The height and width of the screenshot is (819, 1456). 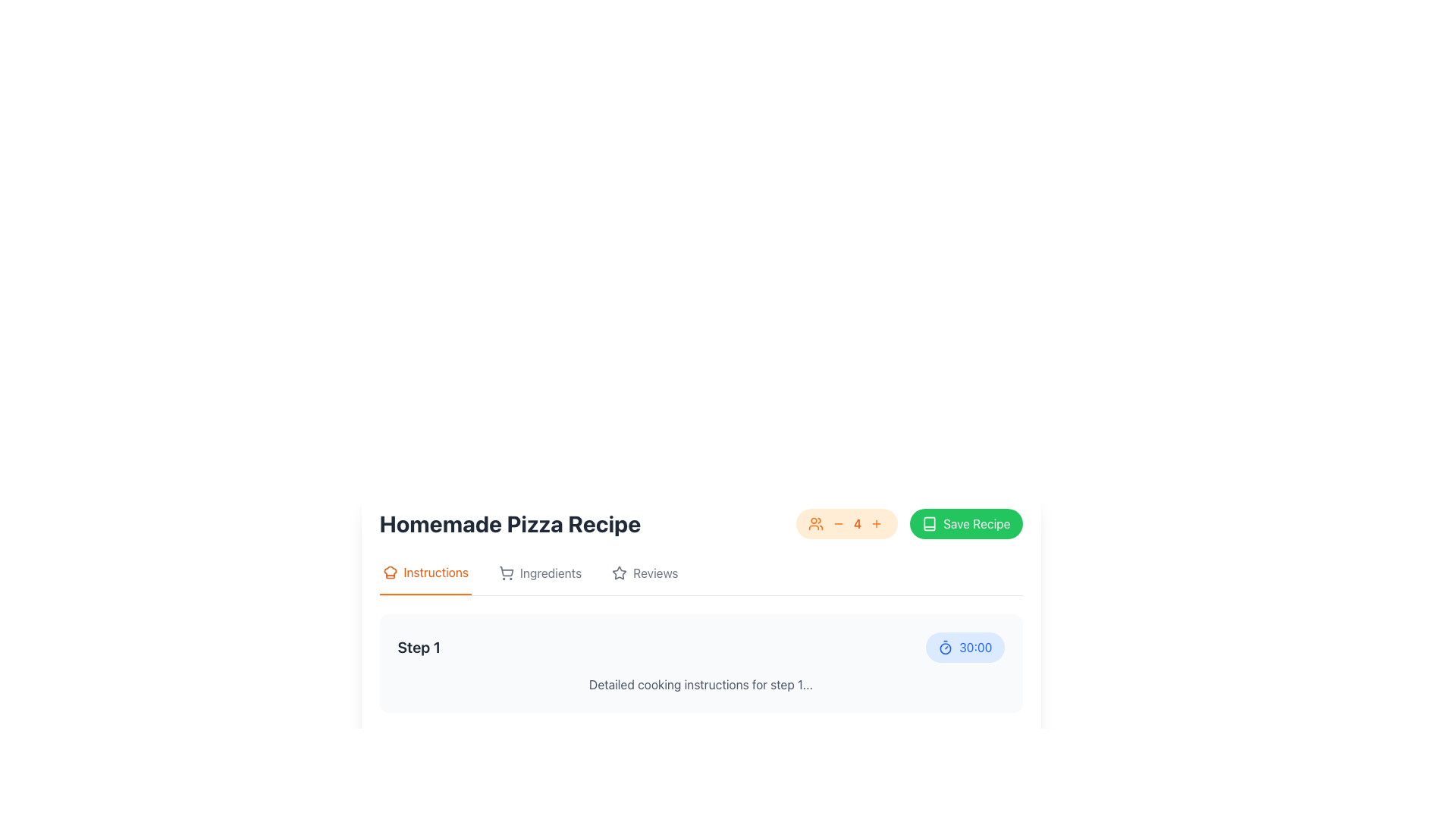 I want to click on the save button located on the right side of the header section next to the servings adjustment component, which allows users to save the recipe for later reference, so click(x=909, y=522).